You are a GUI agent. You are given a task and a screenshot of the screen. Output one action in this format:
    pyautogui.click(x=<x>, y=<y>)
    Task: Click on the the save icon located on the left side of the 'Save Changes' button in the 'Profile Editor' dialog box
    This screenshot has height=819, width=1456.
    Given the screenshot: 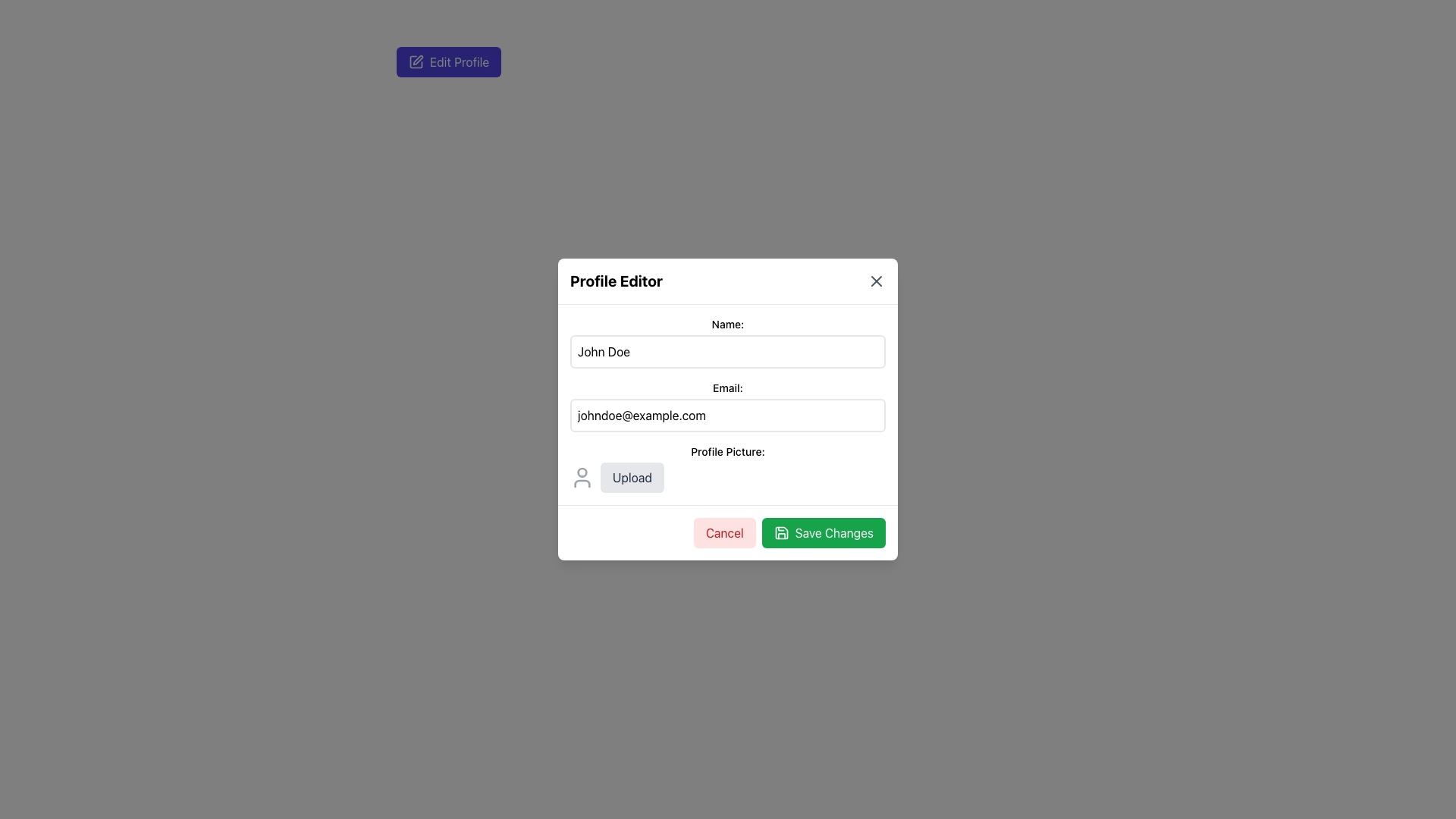 What is the action you would take?
    pyautogui.click(x=781, y=532)
    